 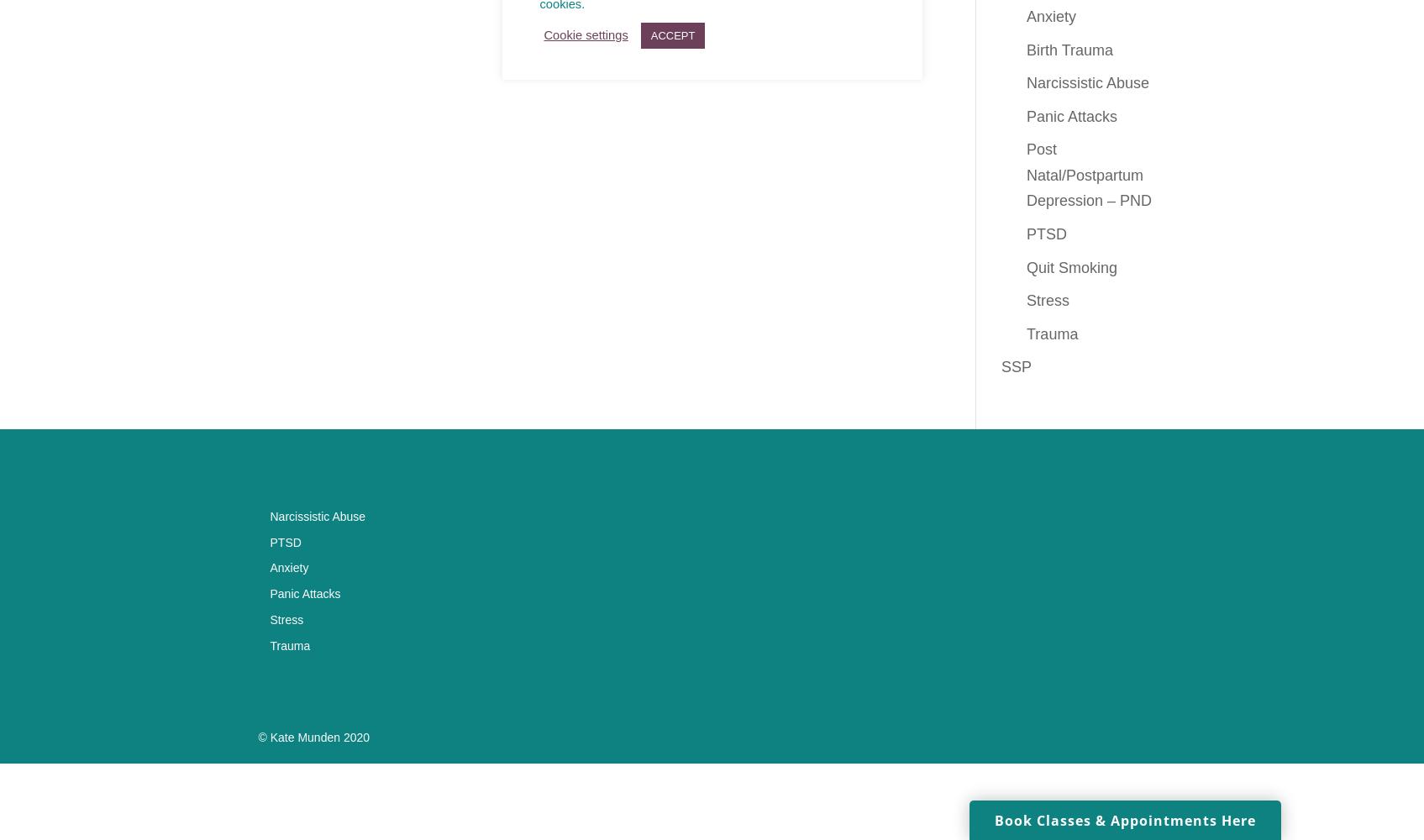 What do you see at coordinates (1088, 174) in the screenshot?
I see `'Post Natal/Postpartum Depression – PND'` at bounding box center [1088, 174].